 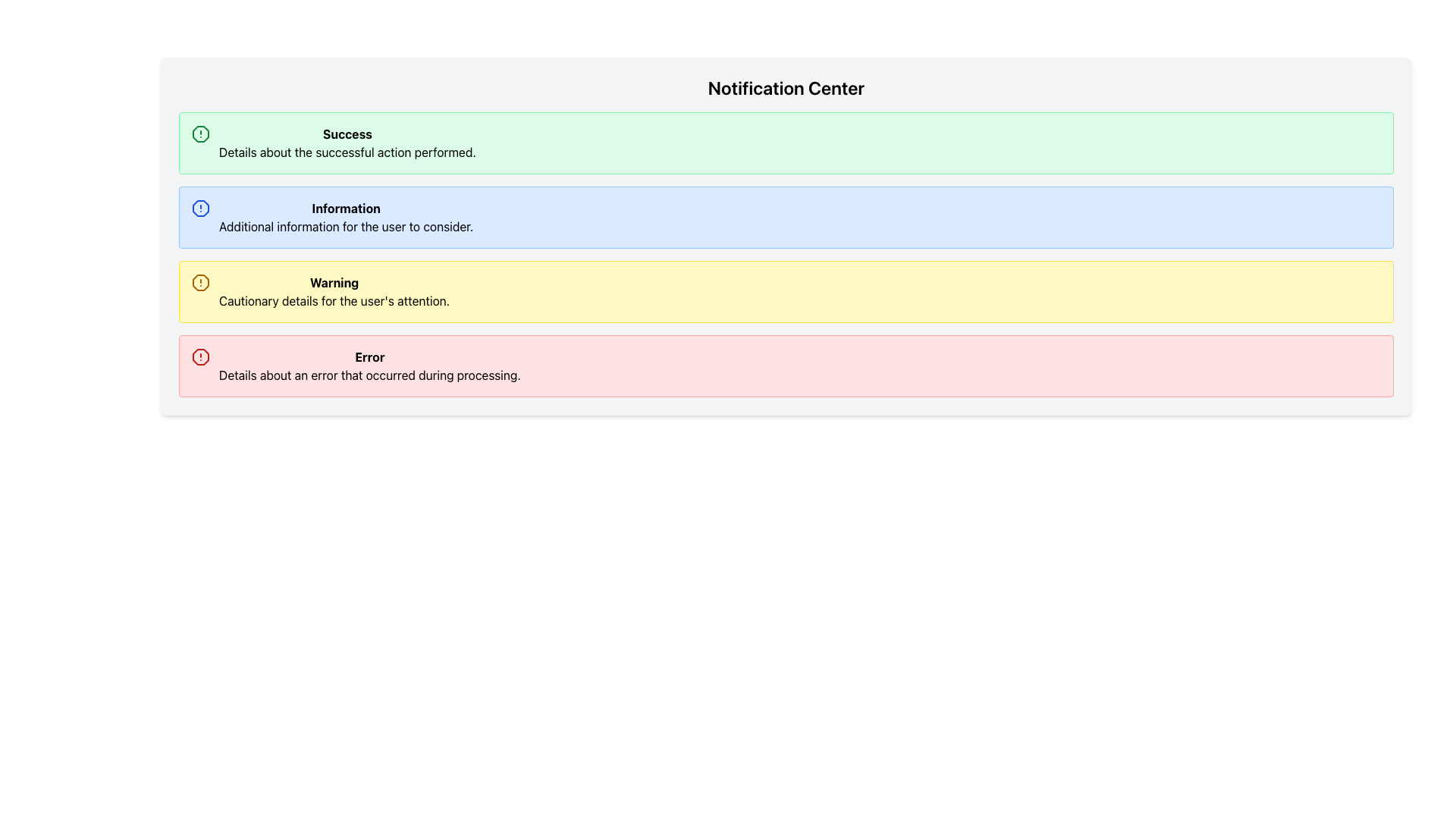 I want to click on the decorative vector graphic part of the octagonal icon located in the blue 'Information' notification box, positioned slightly left of the text, so click(x=199, y=208).